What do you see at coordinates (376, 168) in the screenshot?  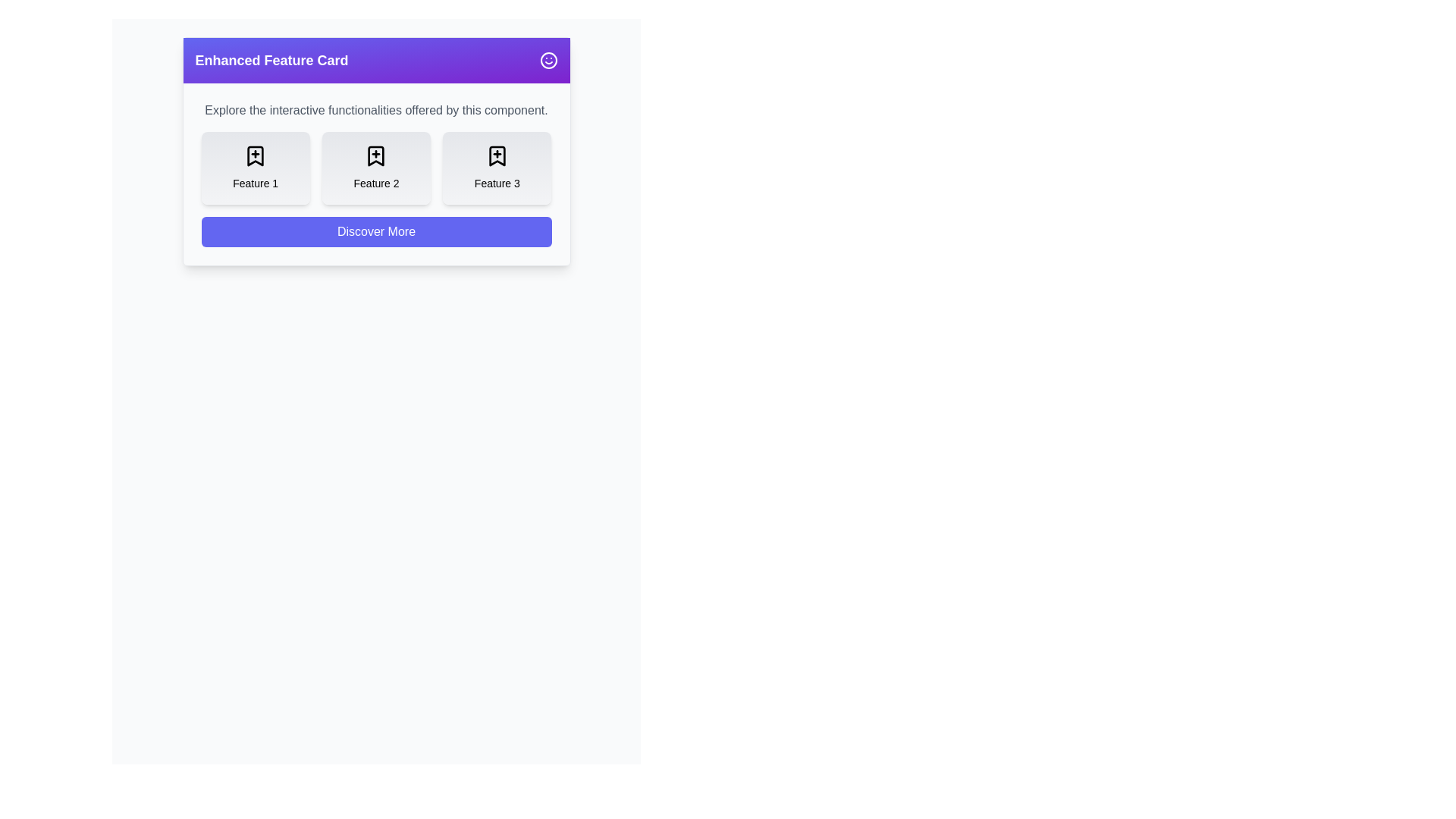 I see `the card in the grid layout that is centrally positioned below the description text and above the 'Discover More' button` at bounding box center [376, 168].